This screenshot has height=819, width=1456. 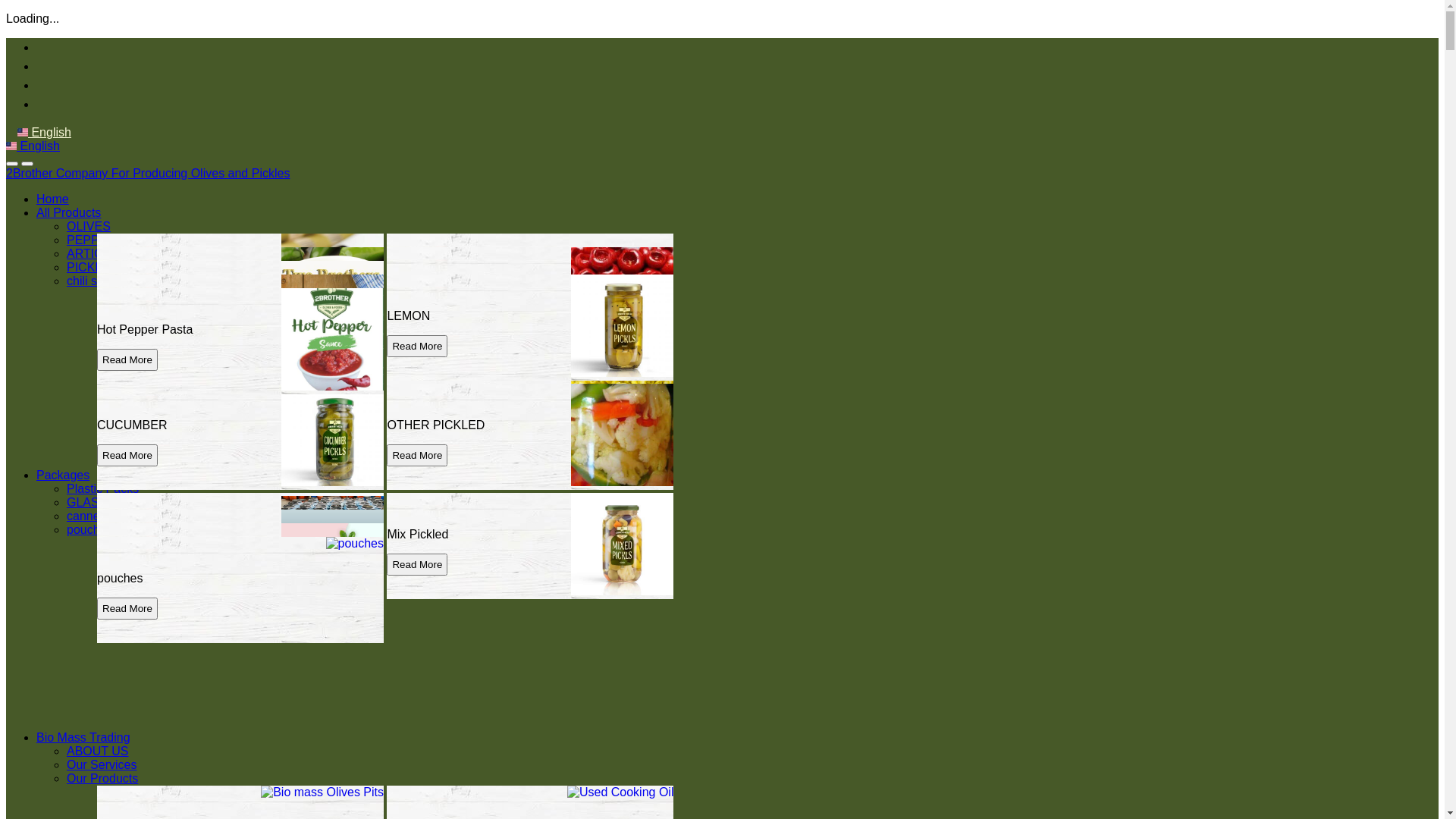 I want to click on 'GARLIC, so click(x=239, y=546).